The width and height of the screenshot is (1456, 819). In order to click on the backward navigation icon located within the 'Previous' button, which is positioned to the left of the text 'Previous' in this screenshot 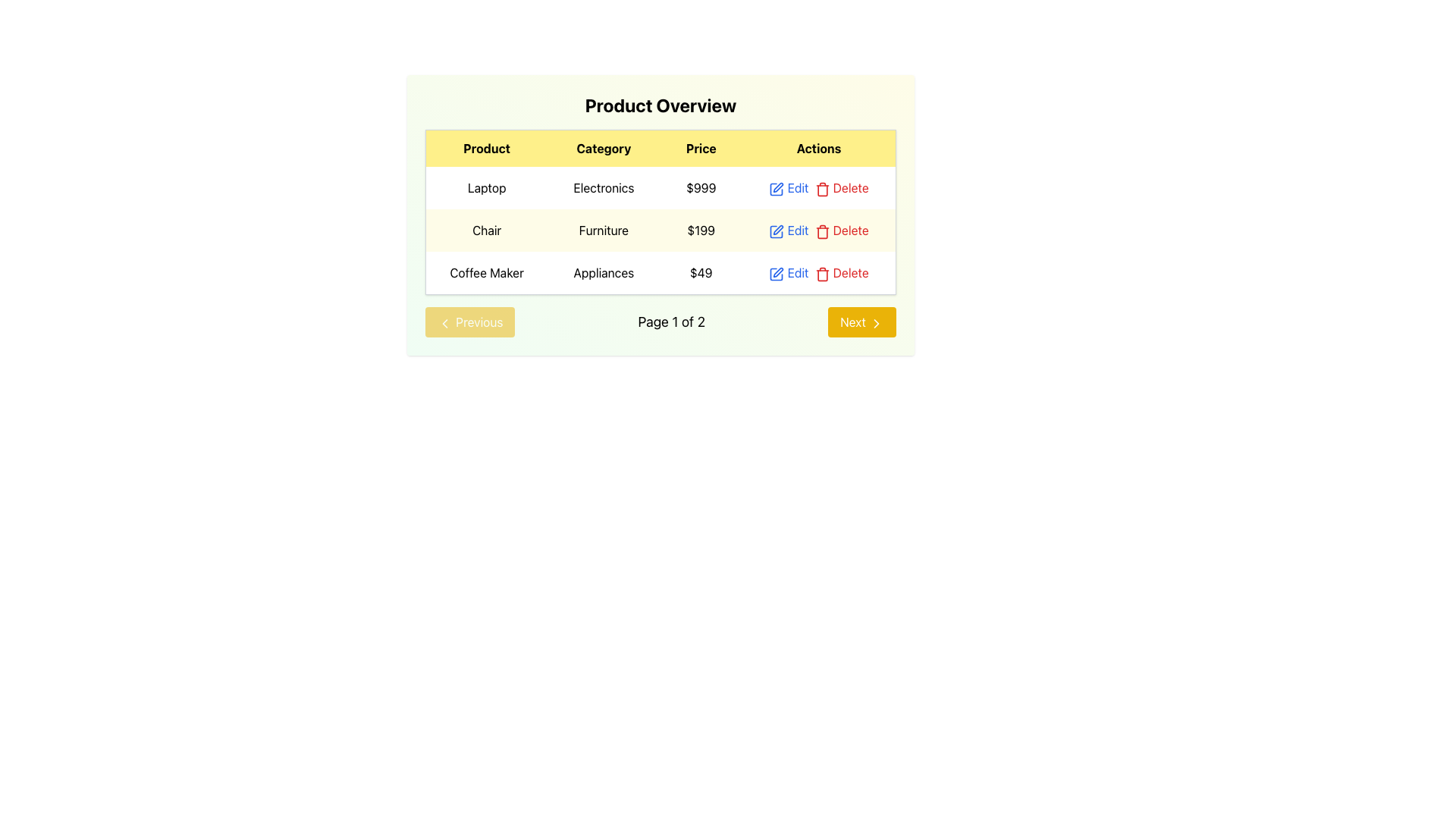, I will do `click(444, 322)`.